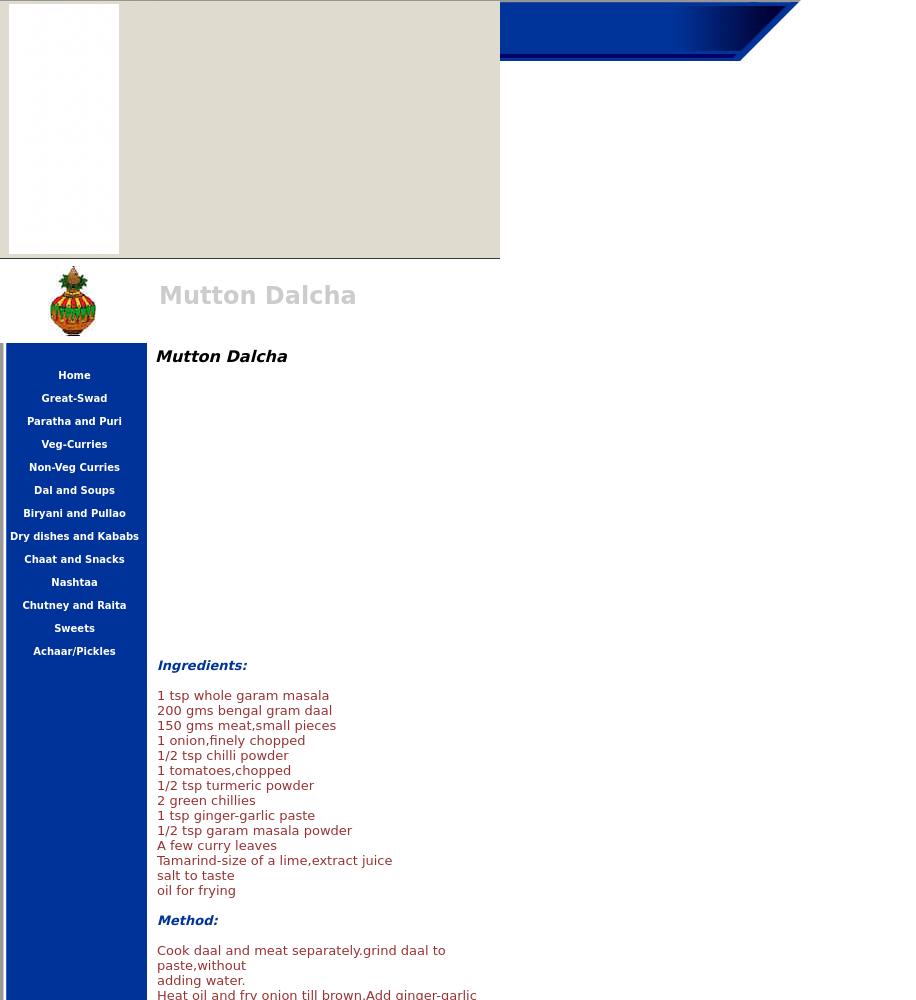  What do you see at coordinates (157, 859) in the screenshot?
I see `'Tamarind-size of a lime,extract juice'` at bounding box center [157, 859].